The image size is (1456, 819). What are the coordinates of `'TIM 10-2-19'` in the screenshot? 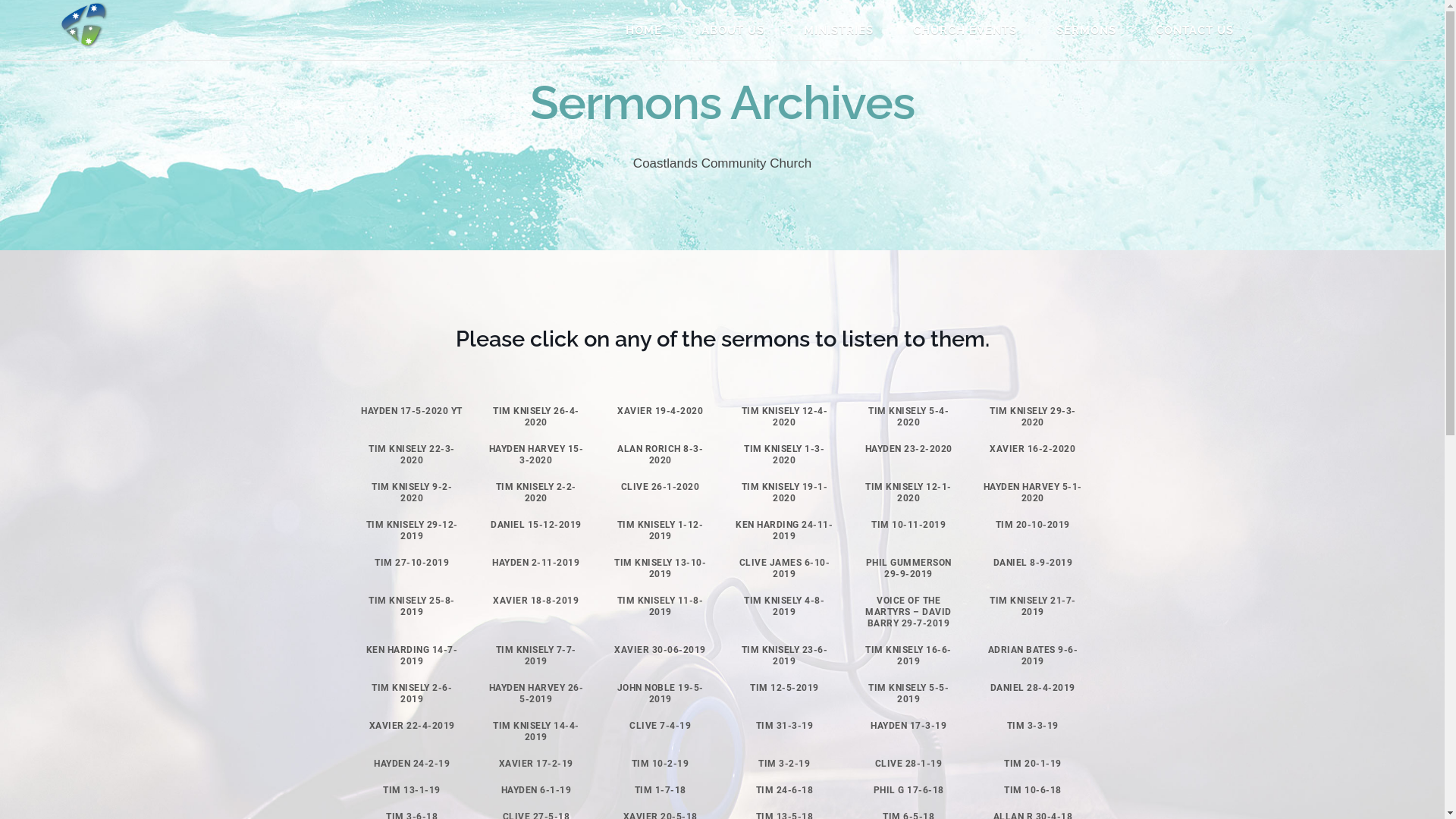 It's located at (660, 763).